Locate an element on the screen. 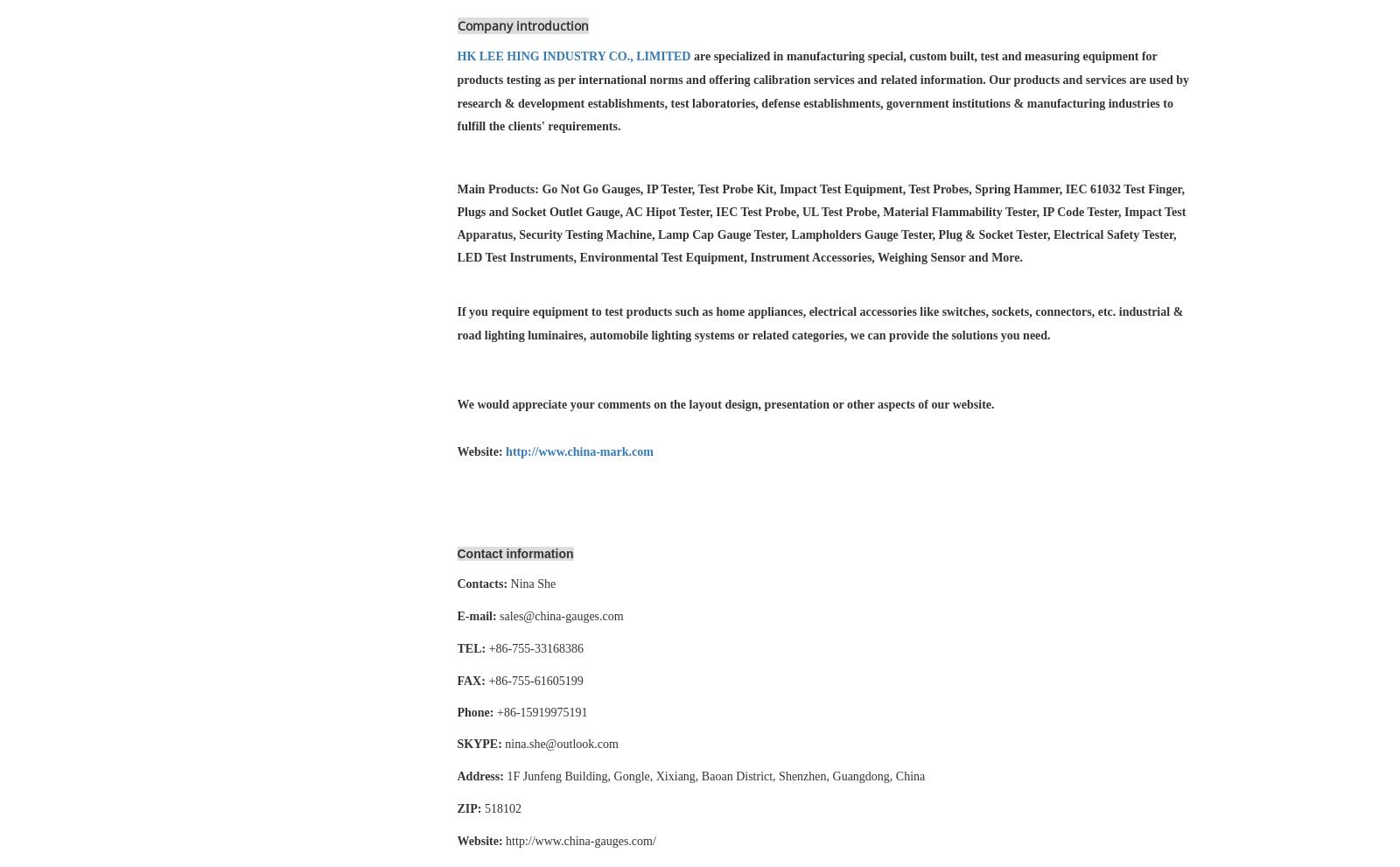 The width and height of the screenshot is (1400, 867). 'TEL:' is located at coordinates (472, 647).